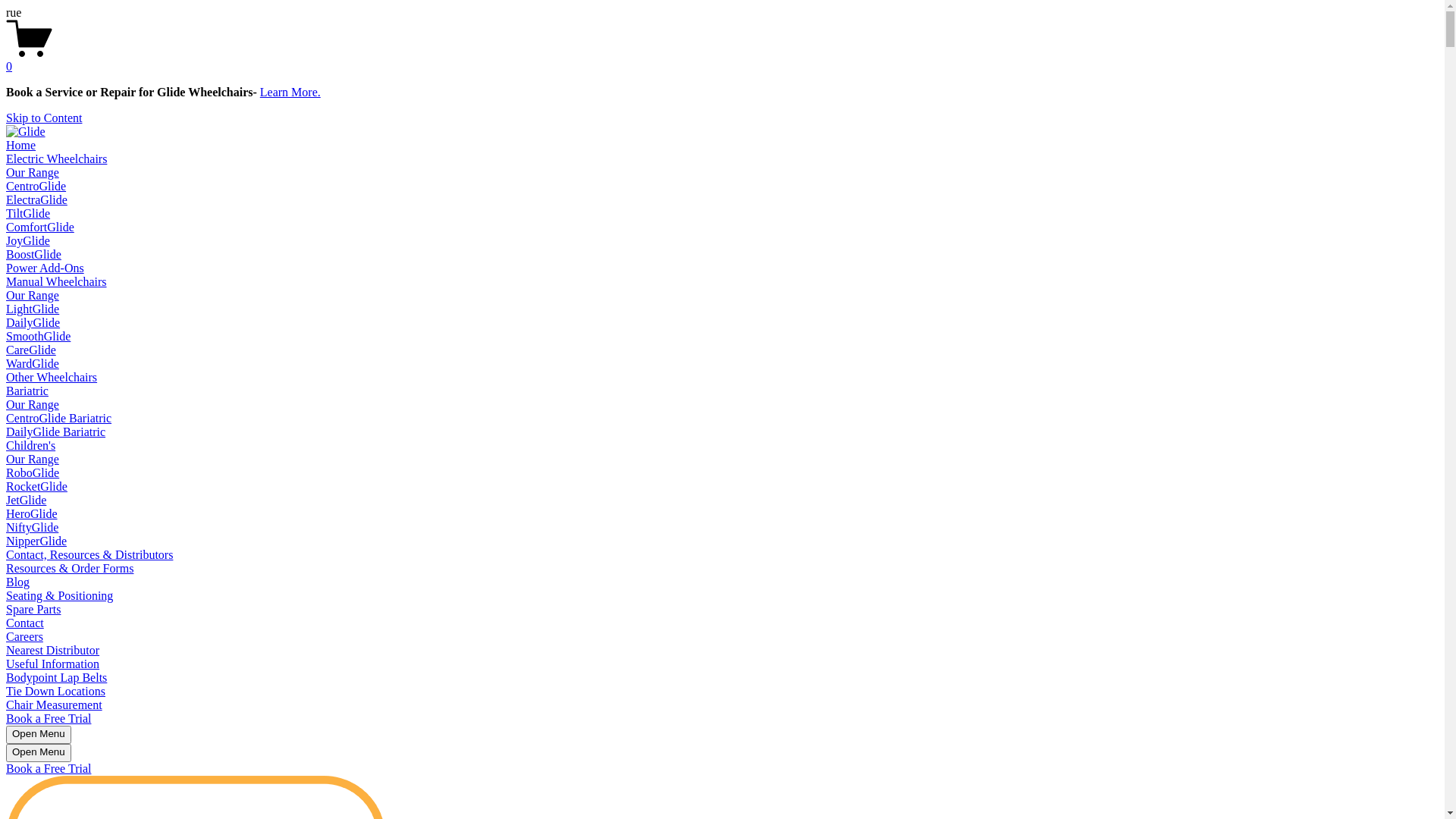  What do you see at coordinates (48, 768) in the screenshot?
I see `'Book a Free Trial'` at bounding box center [48, 768].